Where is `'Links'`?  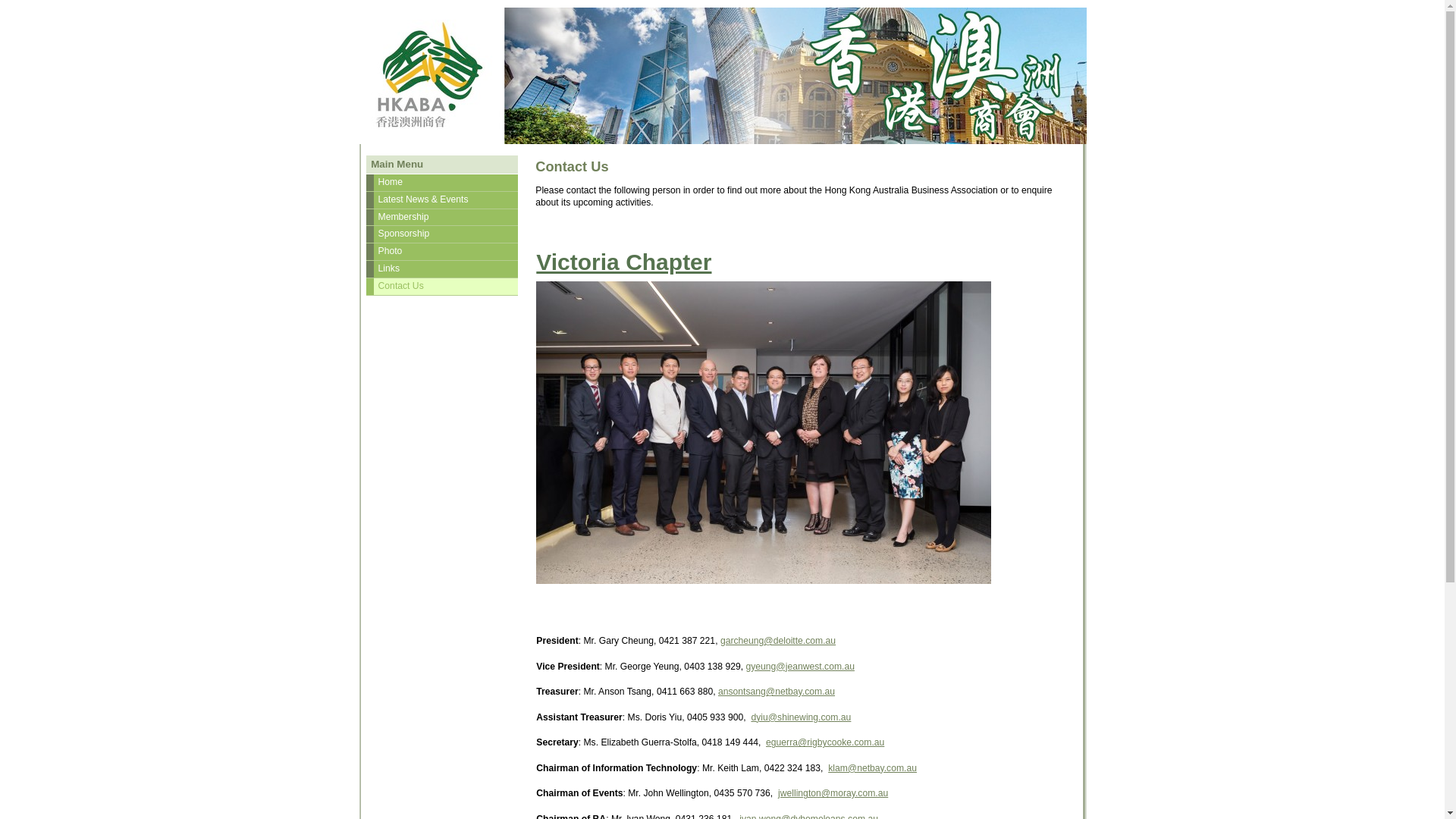 'Links' is located at coordinates (441, 268).